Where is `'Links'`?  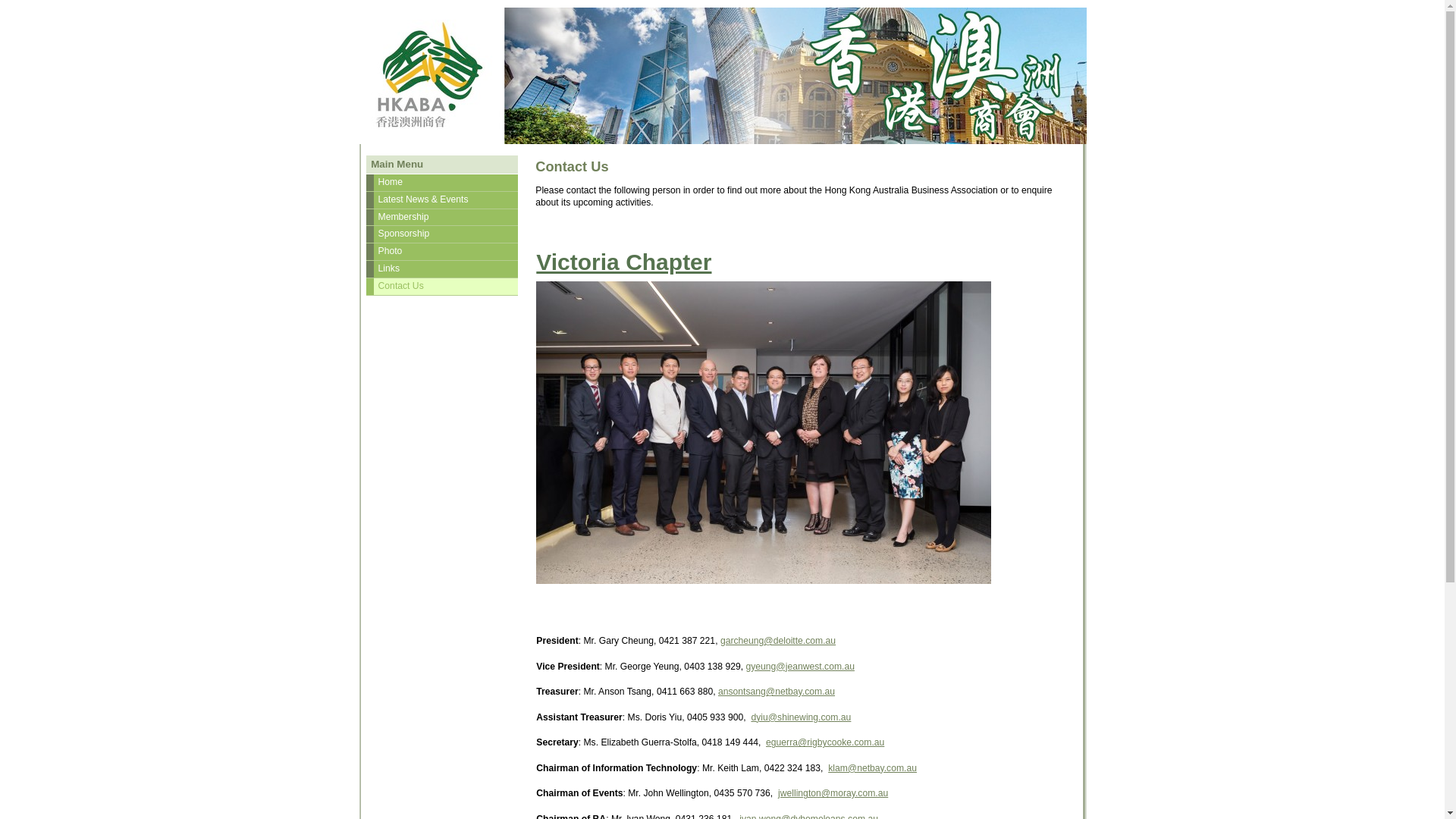 'Links' is located at coordinates (441, 268).